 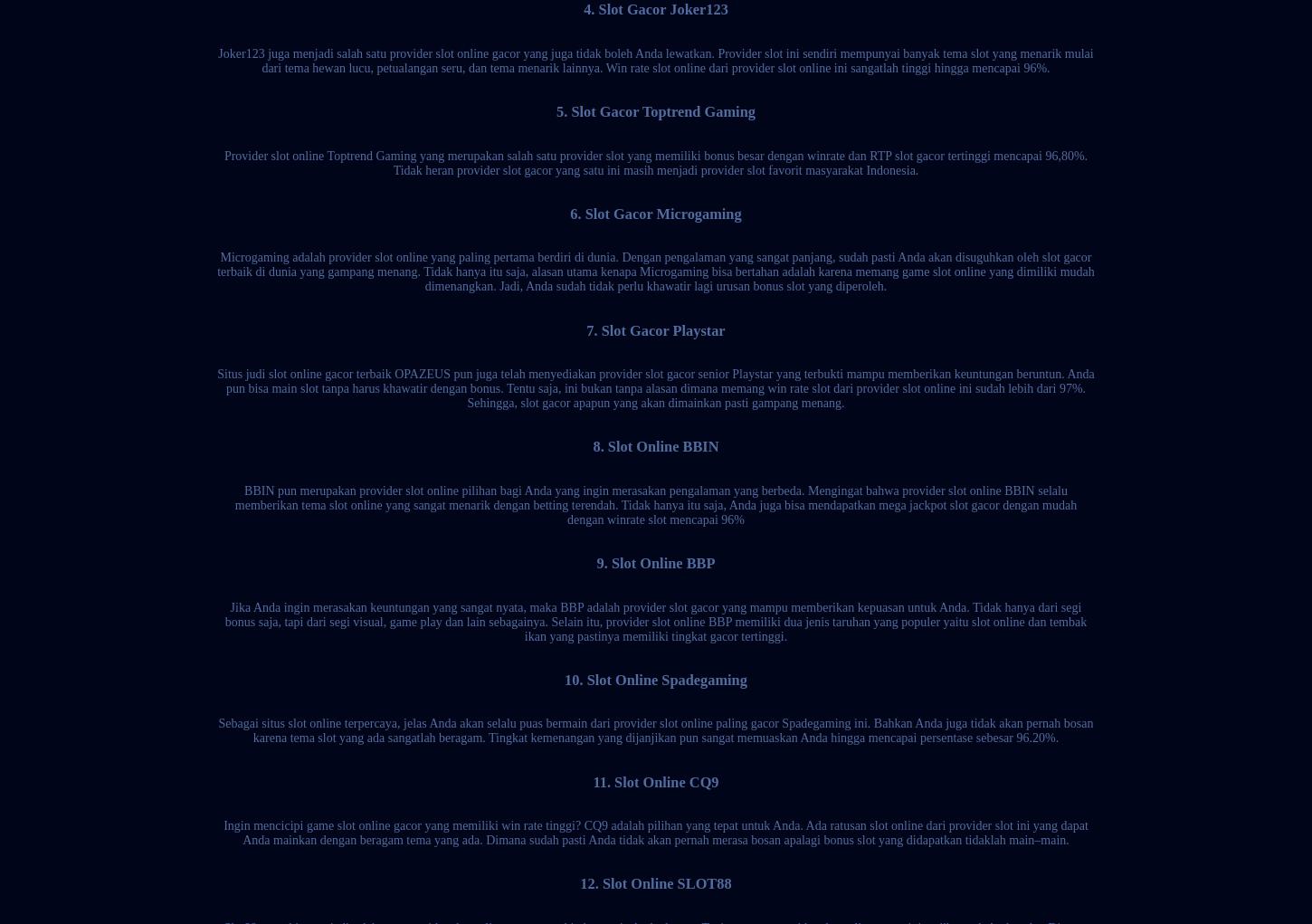 What do you see at coordinates (215, 387) in the screenshot?
I see `'Situs judi slot online gacor terbaik OPAZEUS pun juga telah menyediakan provider slot gacor senior Playstar yang terbukti mampu memberikan keuntungan beruntun. Anda pun bisa main slot tanpa harus khawatir dengan bonus. Tentu saja, ini bukan tanpa alasan dimana memang win rate slot dari provider slot online ini sudah lebih dari 97%. Sehingga, slot gacor apapun yang akan dimainkan pasti gampang menang.'` at bounding box center [215, 387].